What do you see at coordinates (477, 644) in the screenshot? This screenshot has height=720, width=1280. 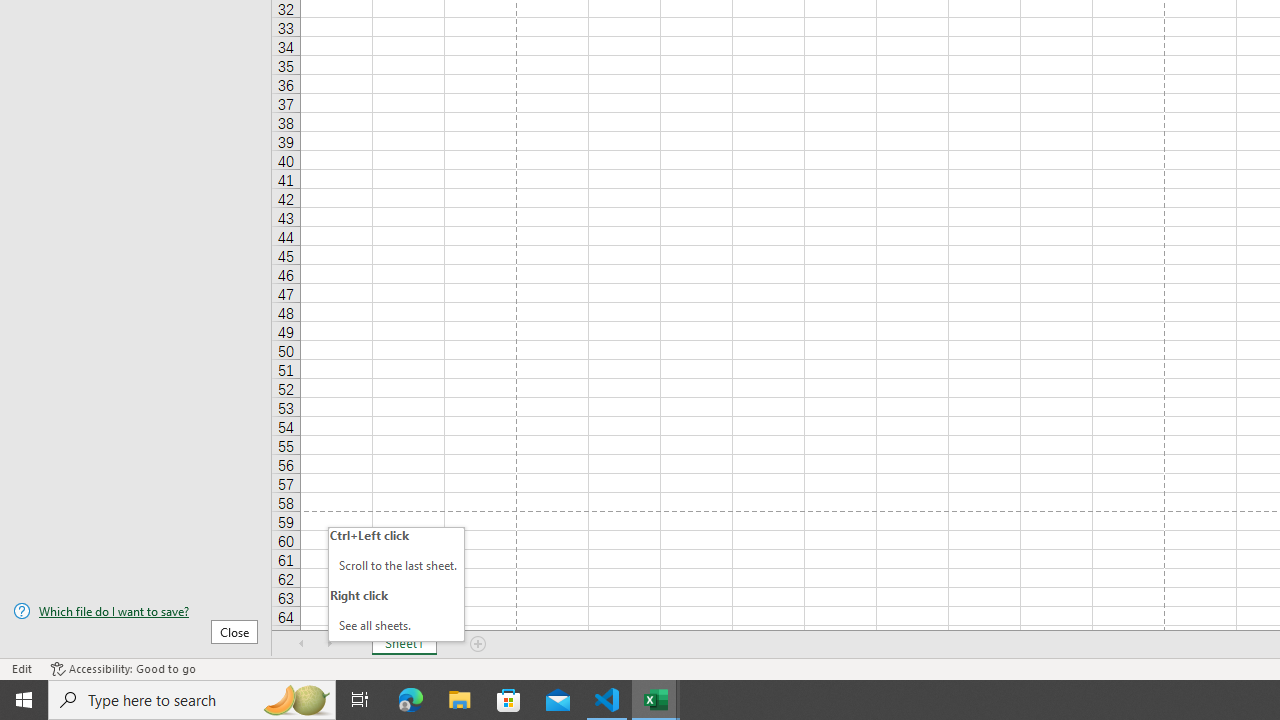 I see `'Add Sheet'` at bounding box center [477, 644].